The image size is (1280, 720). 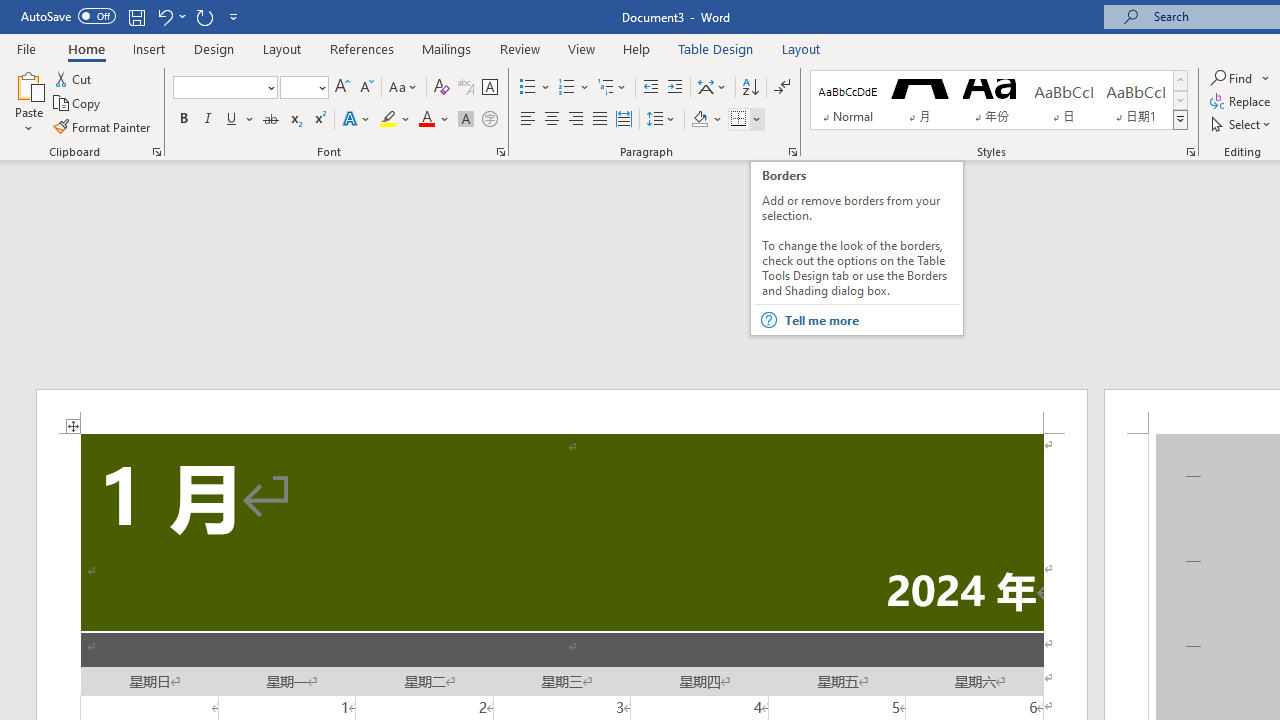 What do you see at coordinates (1180, 120) in the screenshot?
I see `'Styles'` at bounding box center [1180, 120].